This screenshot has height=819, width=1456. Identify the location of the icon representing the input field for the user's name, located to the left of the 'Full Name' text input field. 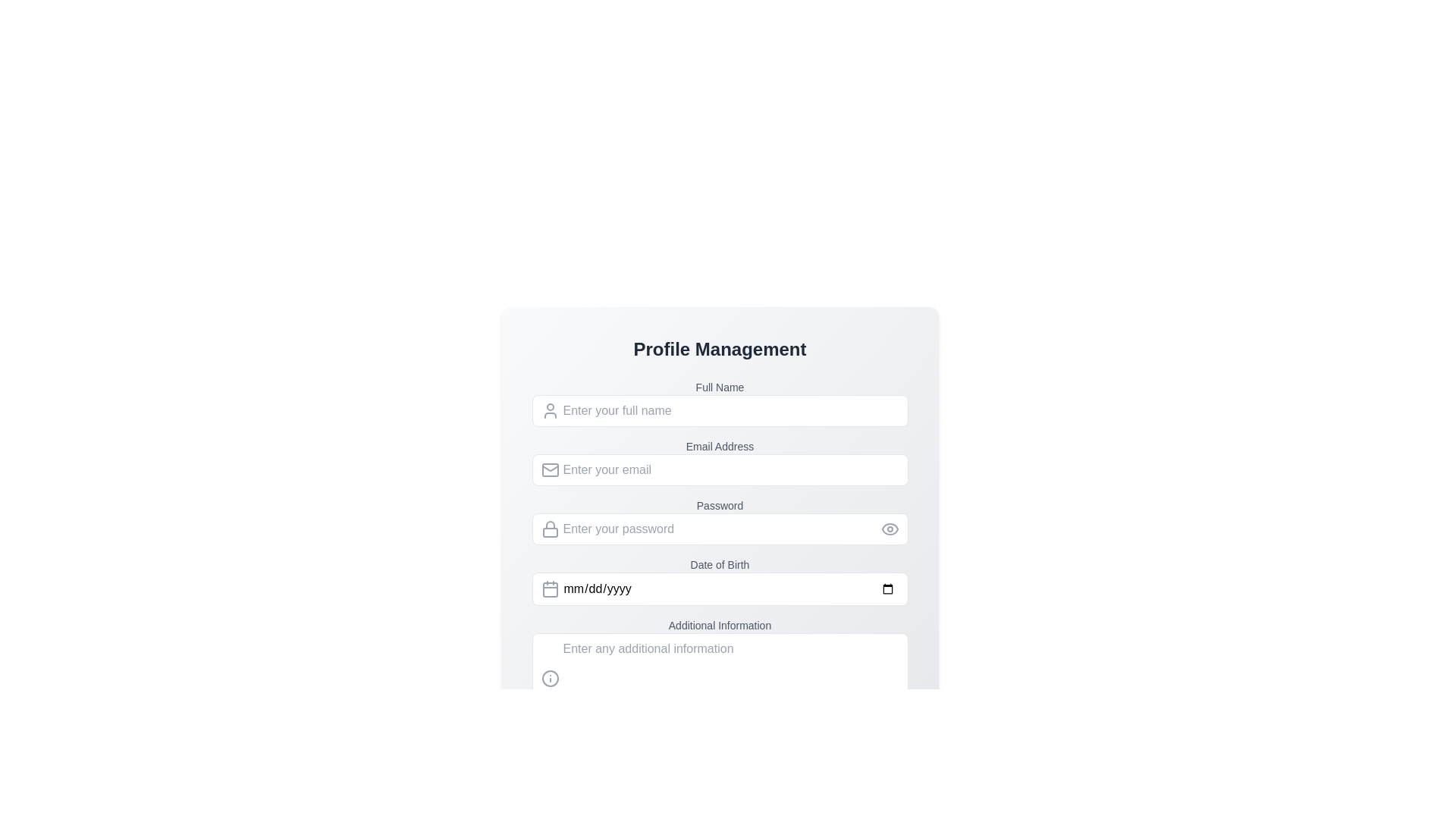
(549, 411).